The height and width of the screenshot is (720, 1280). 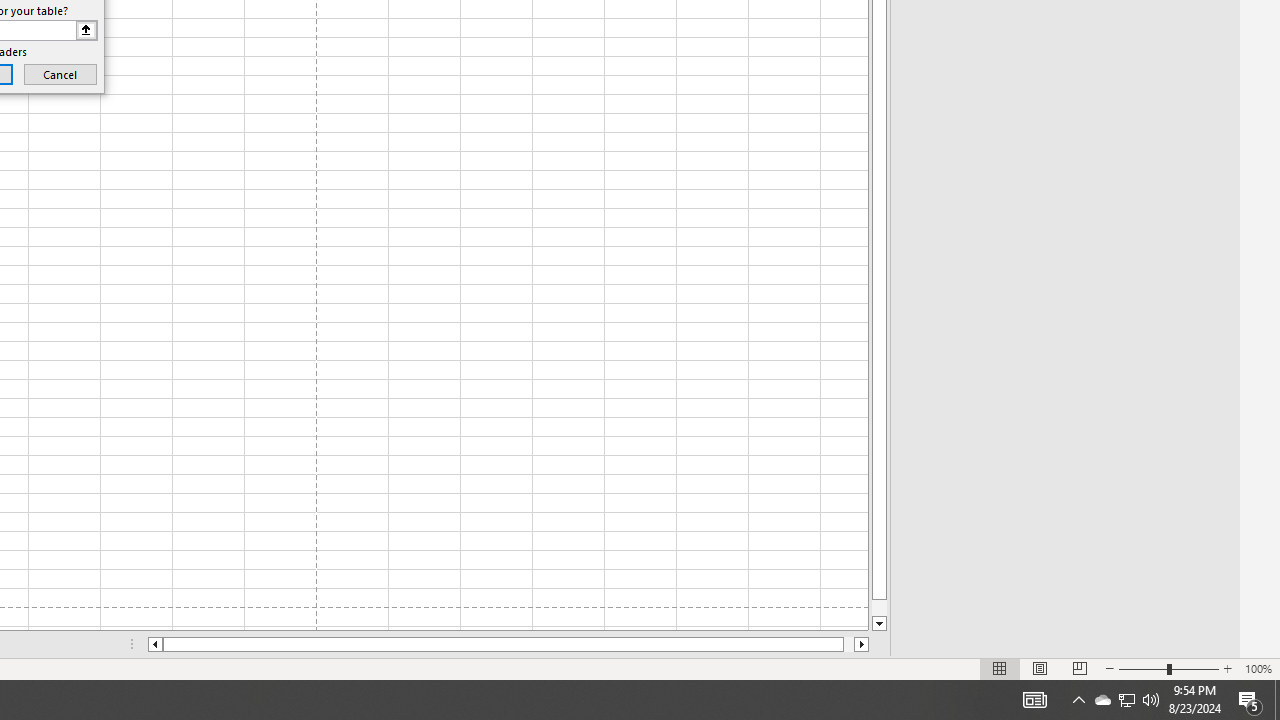 What do you see at coordinates (1078, 669) in the screenshot?
I see `'Page Break Preview'` at bounding box center [1078, 669].